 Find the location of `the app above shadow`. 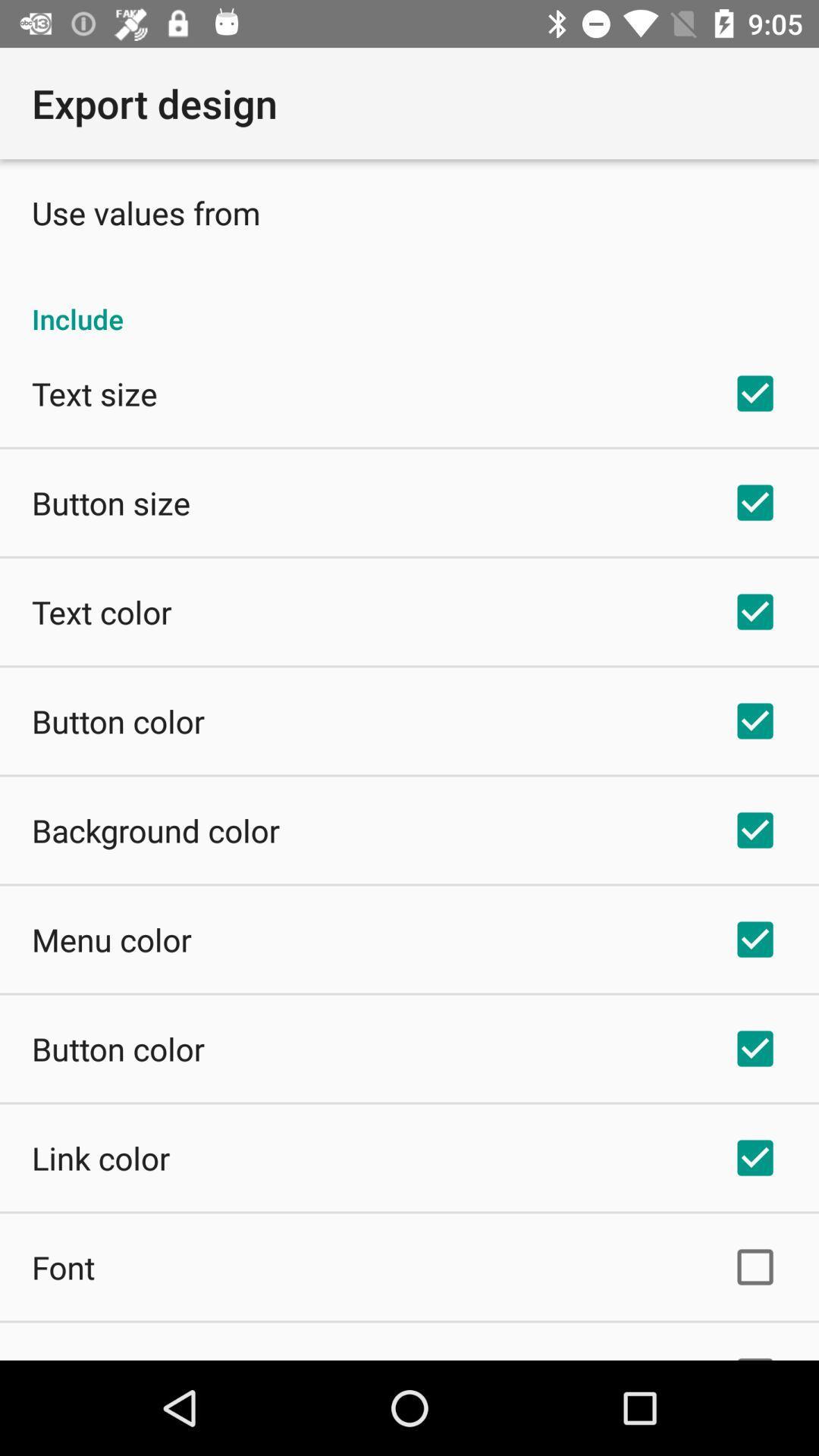

the app above shadow is located at coordinates (62, 1266).